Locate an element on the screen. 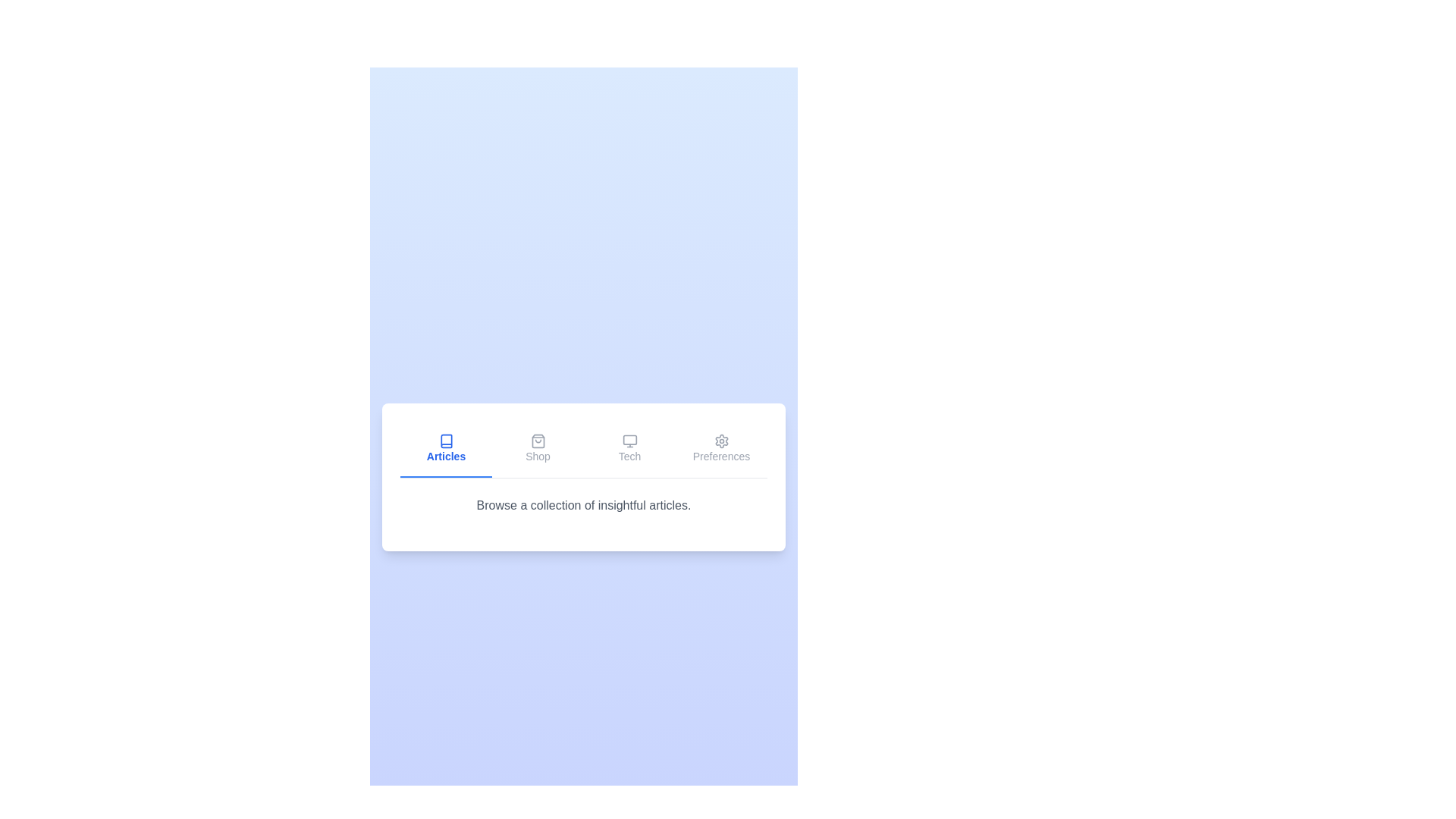  the tab labeled Preferences to preview its style change is located at coordinates (720, 448).